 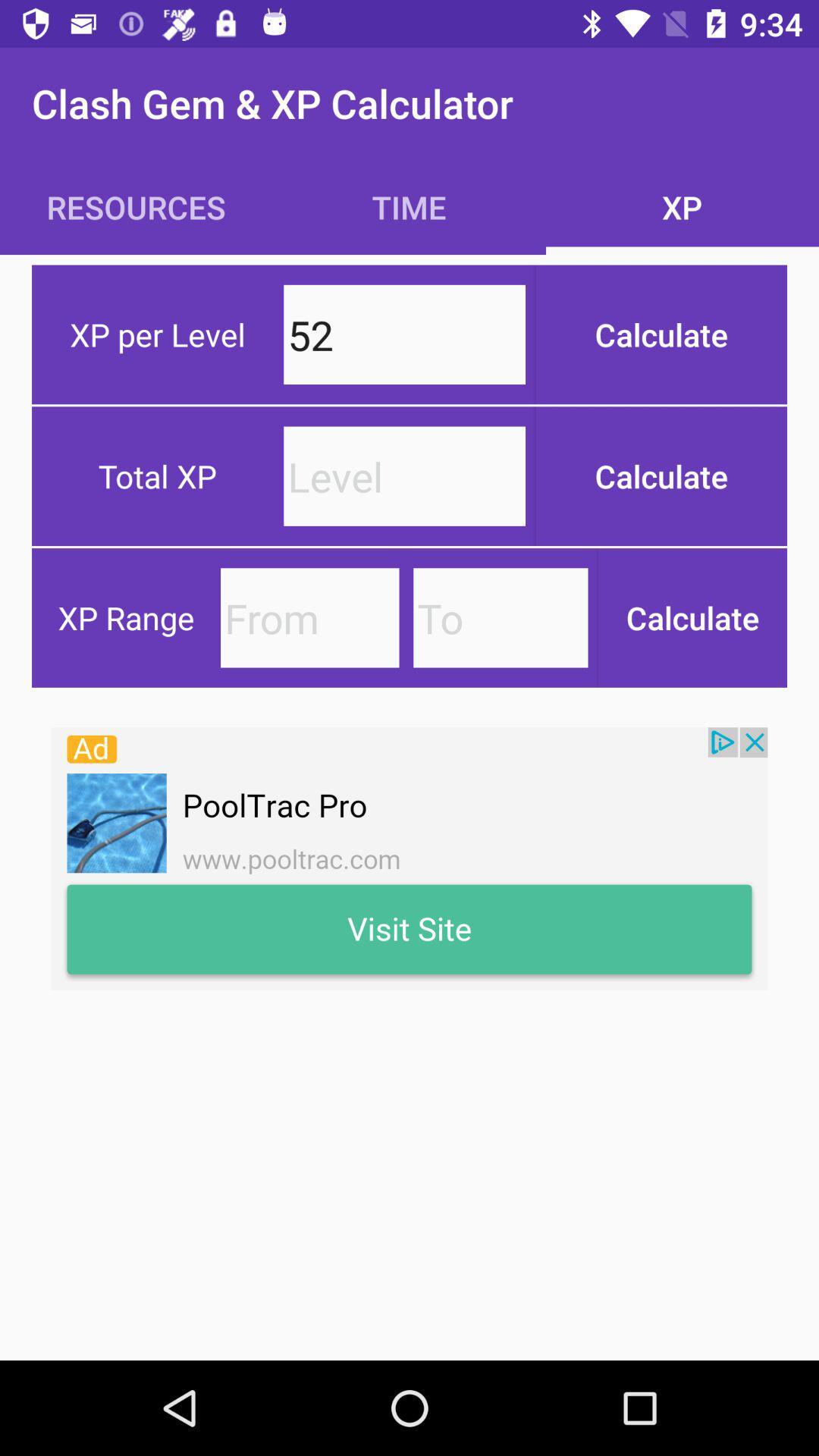 I want to click on xp range from, so click(x=309, y=617).